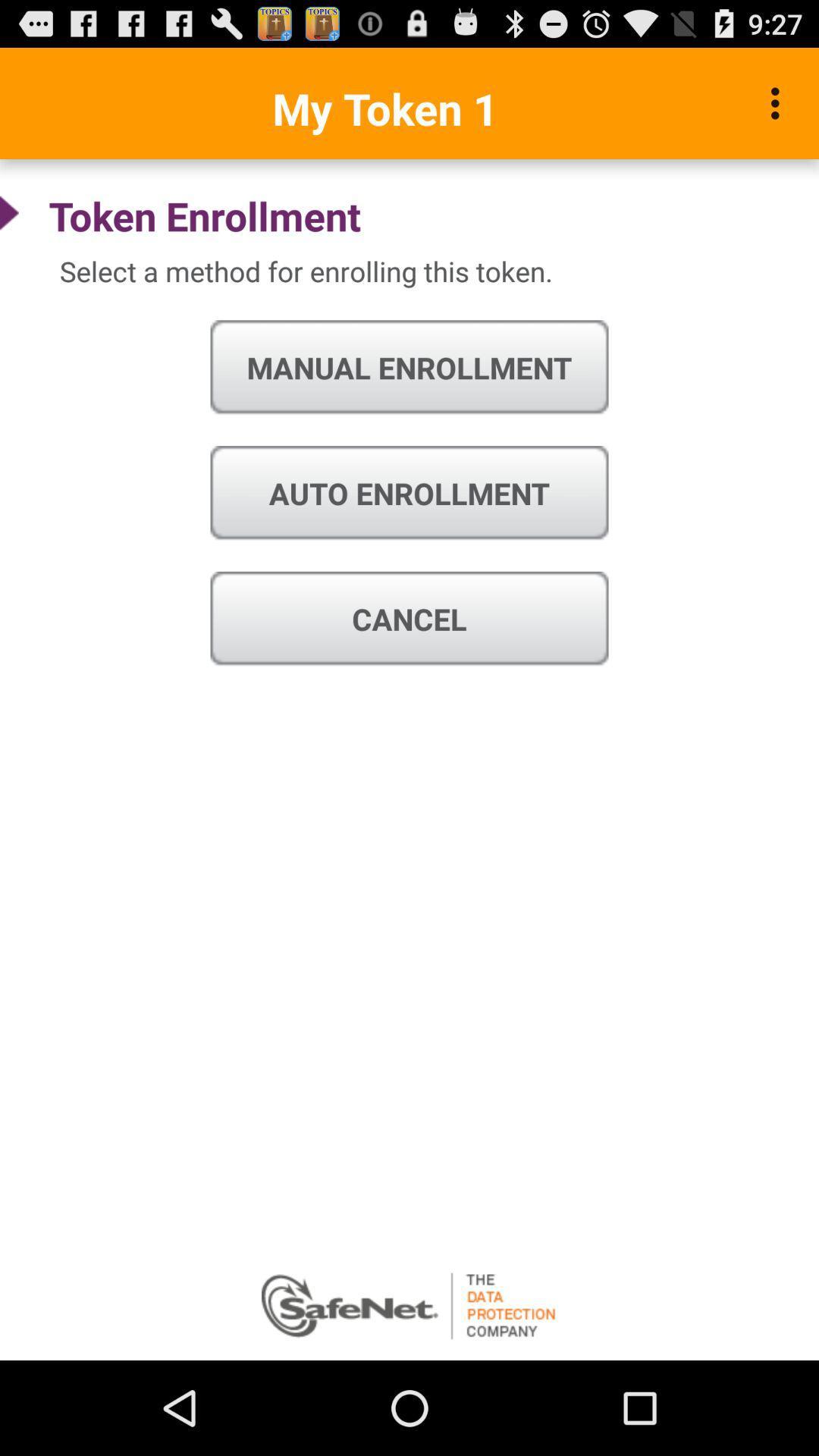  I want to click on the auto enrollment, so click(409, 494).